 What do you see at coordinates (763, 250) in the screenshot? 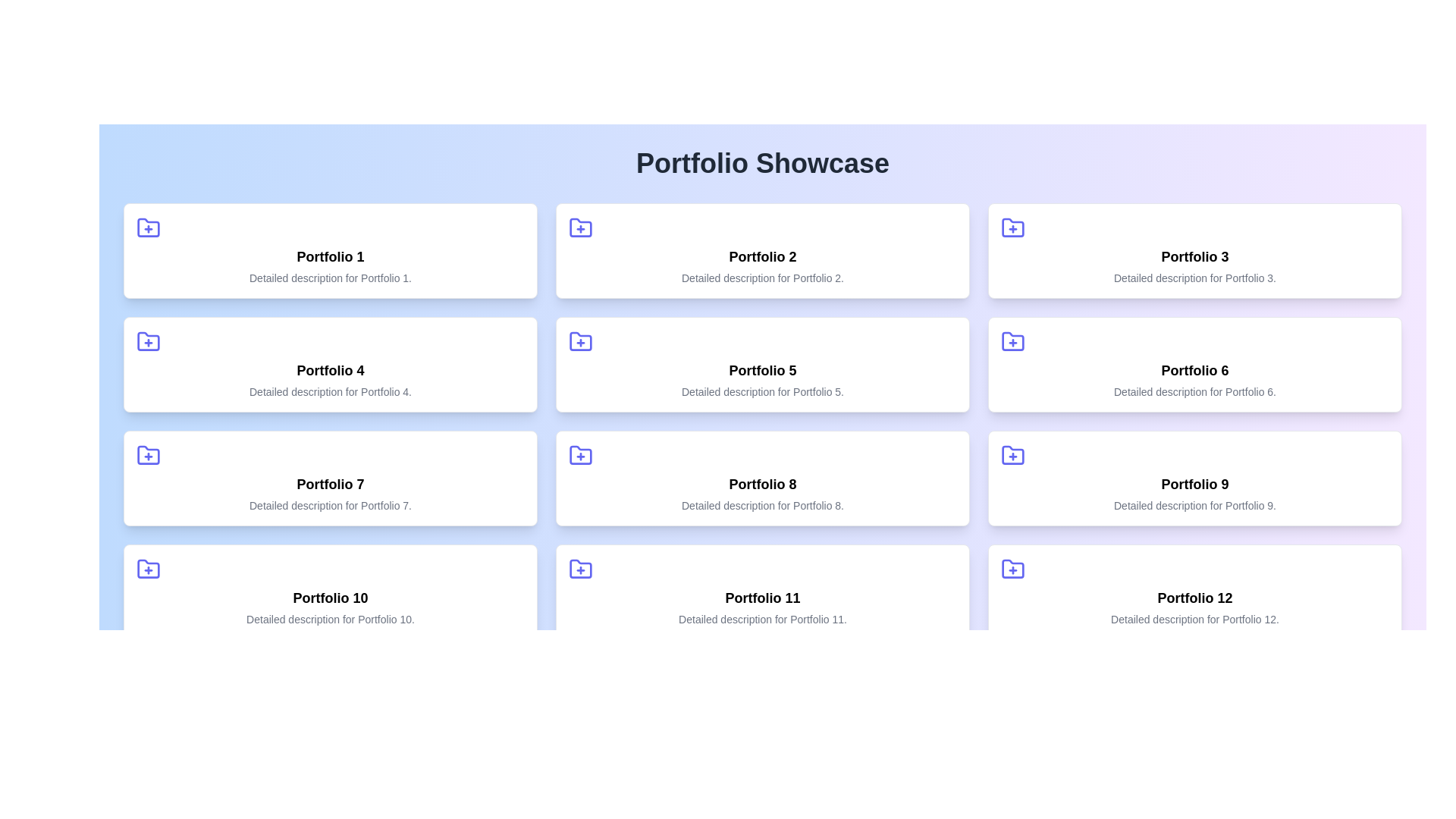
I see `the Card displaying the title and description for 'Portfolio 2' located in the second column of the first row within a grid layout` at bounding box center [763, 250].